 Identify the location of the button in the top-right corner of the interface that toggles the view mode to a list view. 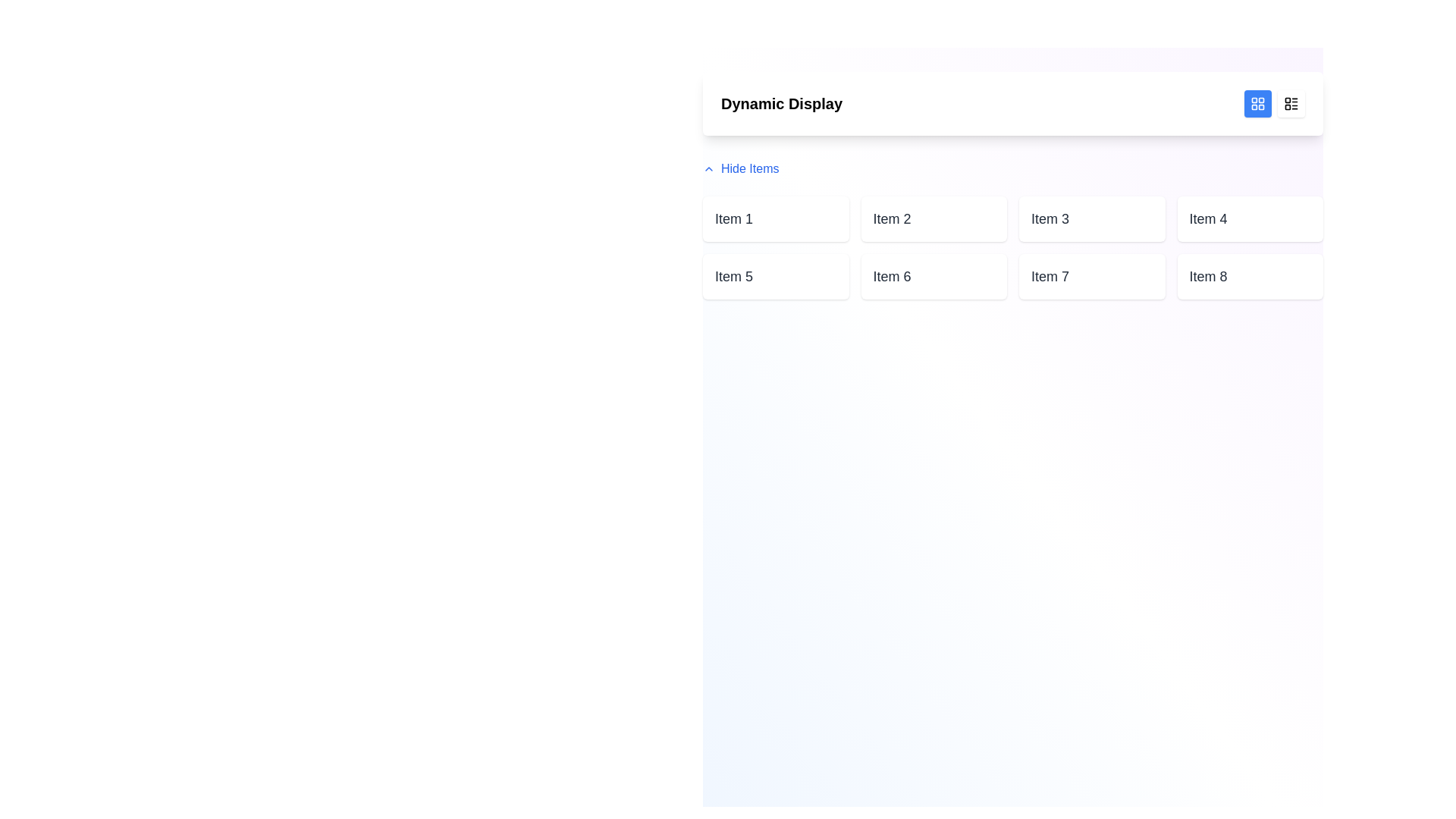
(1291, 103).